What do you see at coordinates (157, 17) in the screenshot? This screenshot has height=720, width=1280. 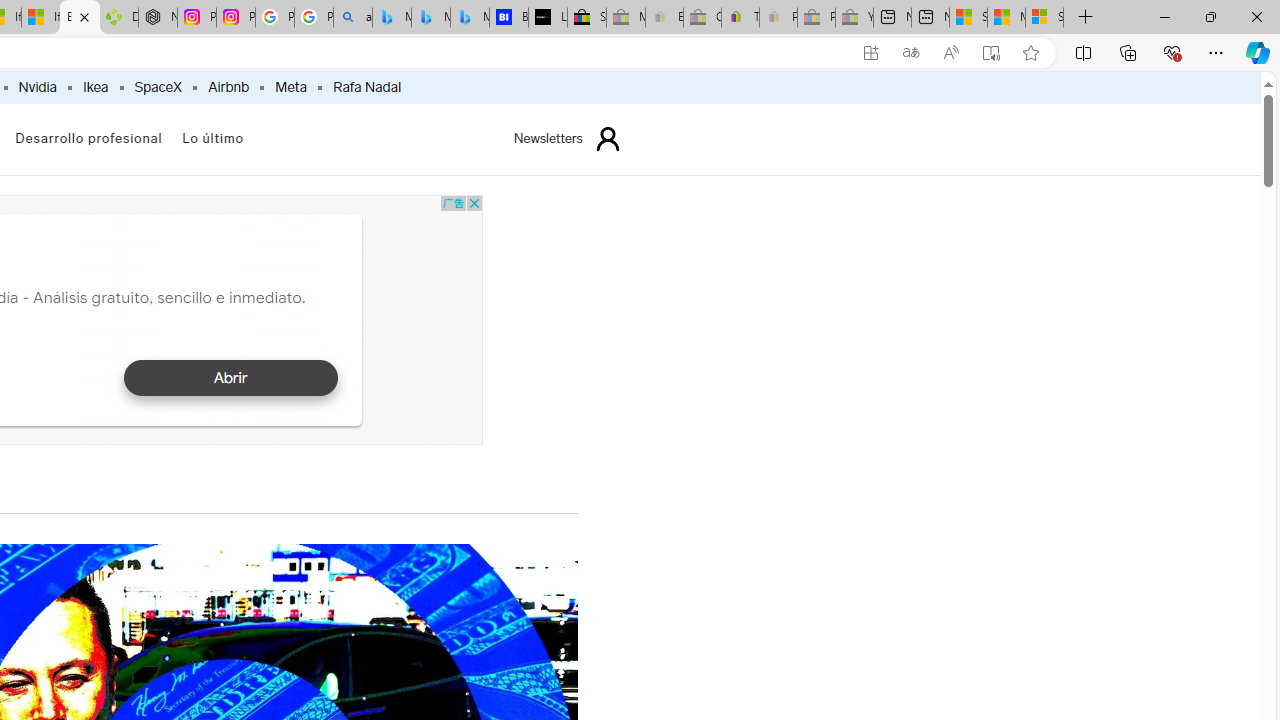 I see `'Nordace - Nordace Edin Collection'` at bounding box center [157, 17].